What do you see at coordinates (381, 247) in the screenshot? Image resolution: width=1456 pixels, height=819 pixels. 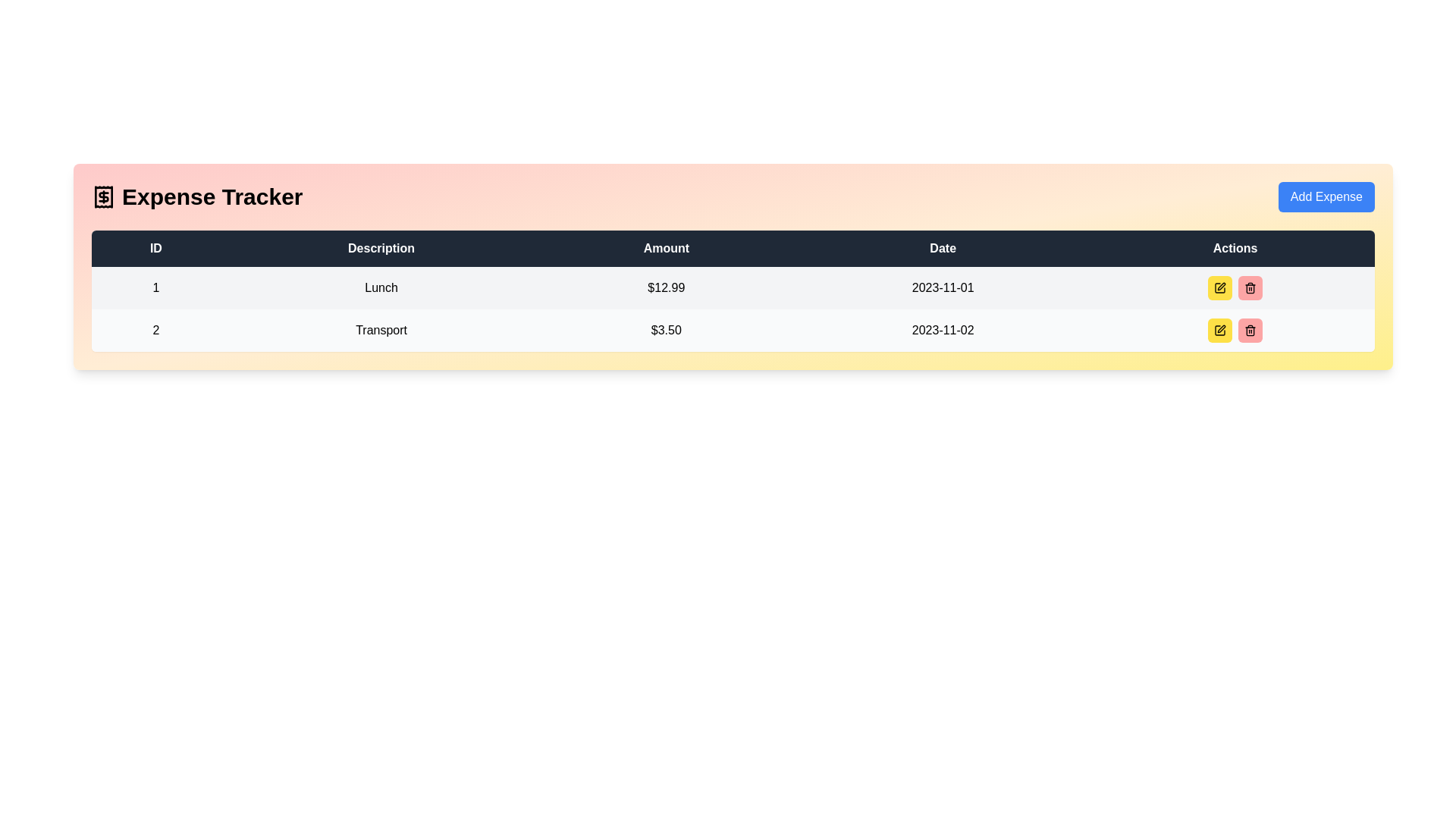 I see `the static text label that serves as the column header for 'Description' located between 'ID' and 'Amount' in the second column of the table` at bounding box center [381, 247].